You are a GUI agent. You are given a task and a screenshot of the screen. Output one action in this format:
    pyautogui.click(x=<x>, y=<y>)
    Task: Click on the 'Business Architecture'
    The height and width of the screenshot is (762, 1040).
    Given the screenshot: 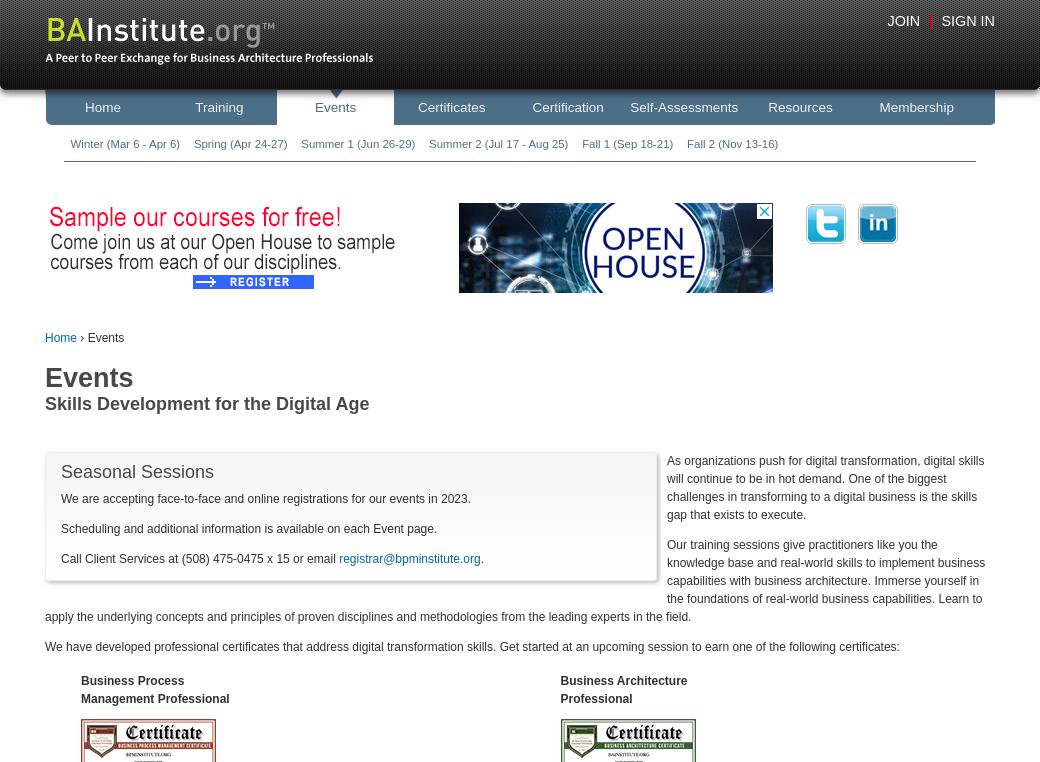 What is the action you would take?
    pyautogui.click(x=559, y=679)
    